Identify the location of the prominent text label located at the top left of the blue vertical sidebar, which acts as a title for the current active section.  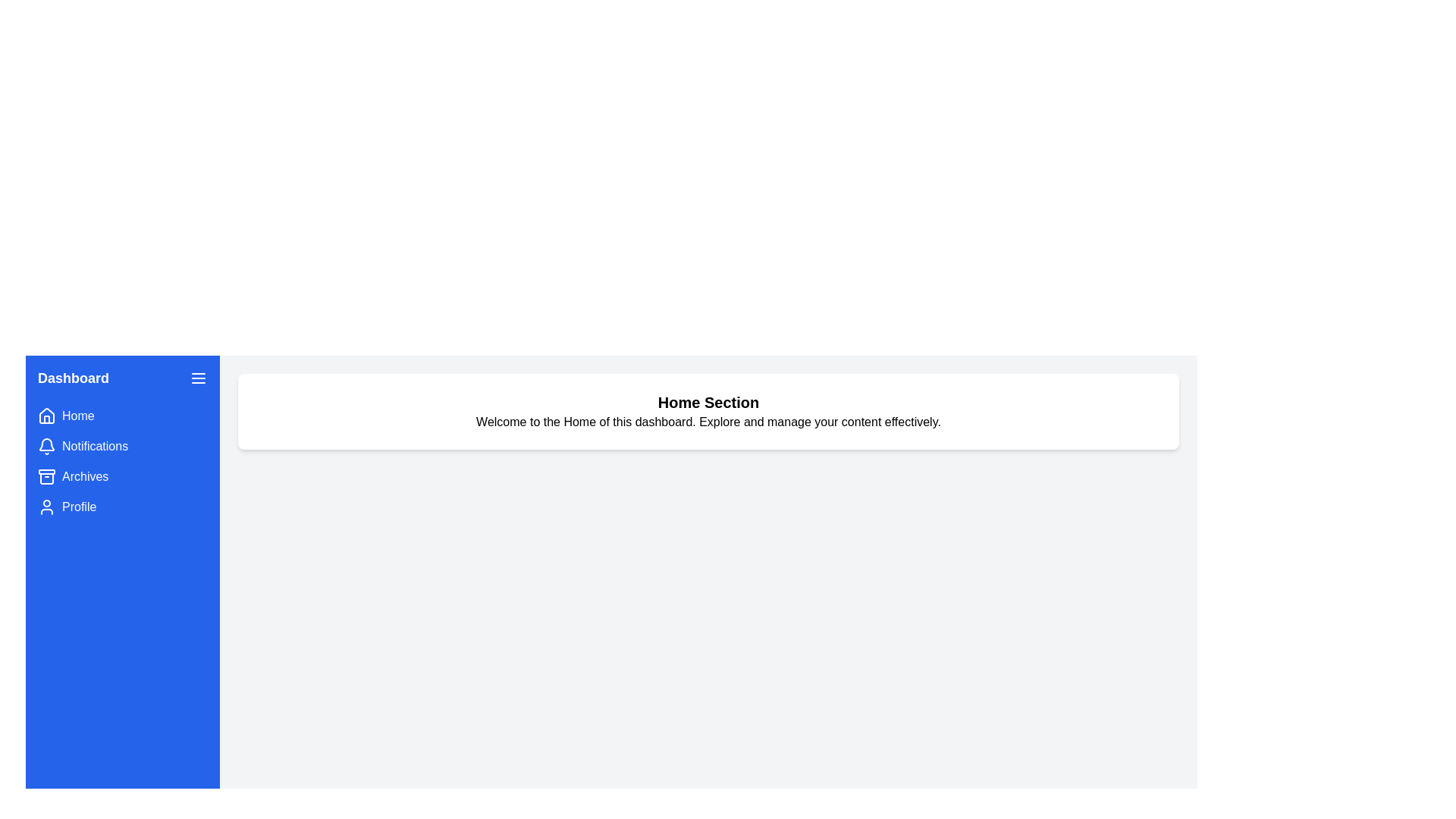
(72, 377).